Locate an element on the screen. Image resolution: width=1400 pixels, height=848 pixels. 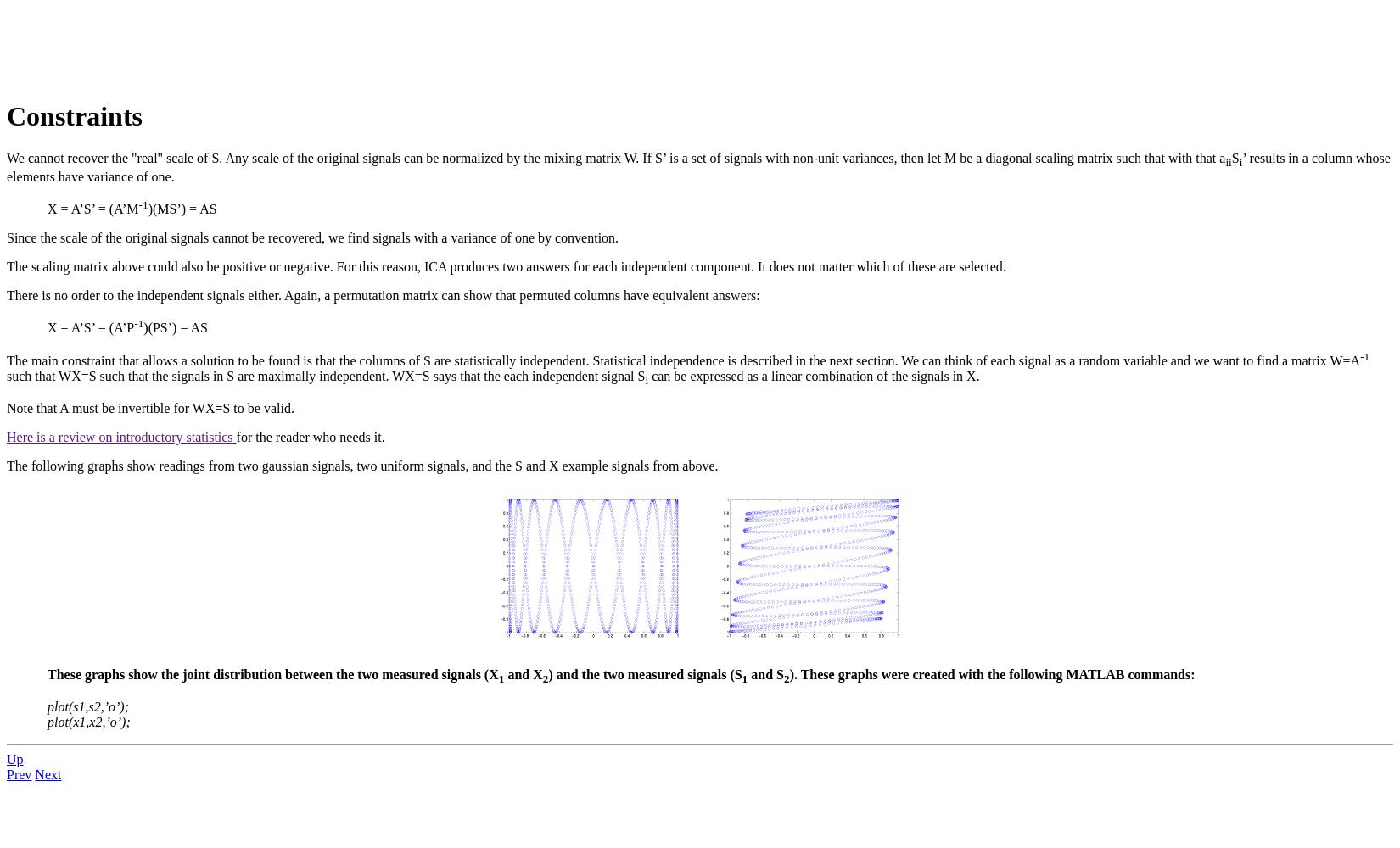
'plot(x1,x2,’o’);' is located at coordinates (47, 721).